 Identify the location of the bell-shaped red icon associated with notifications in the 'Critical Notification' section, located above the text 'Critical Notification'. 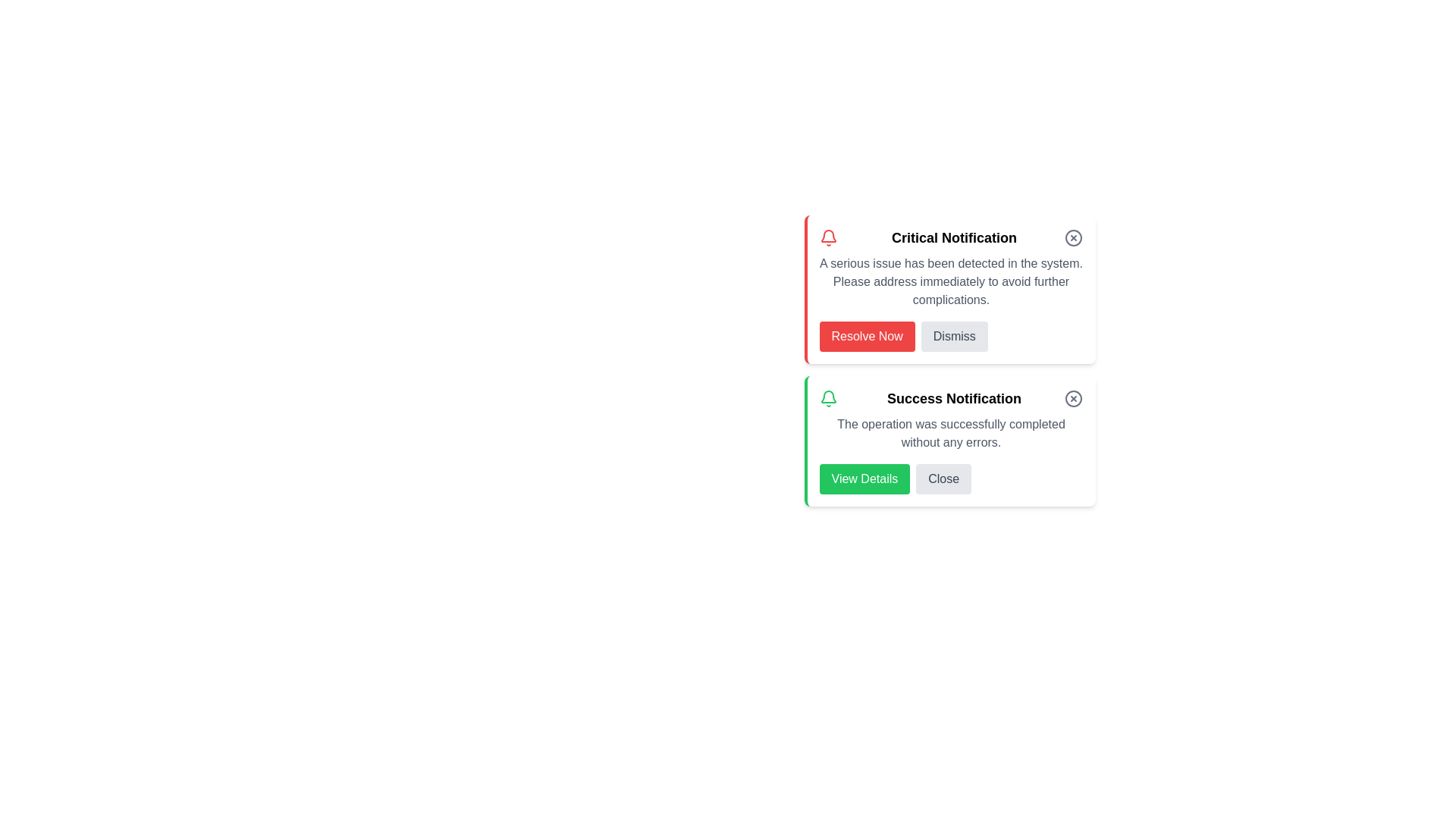
(827, 237).